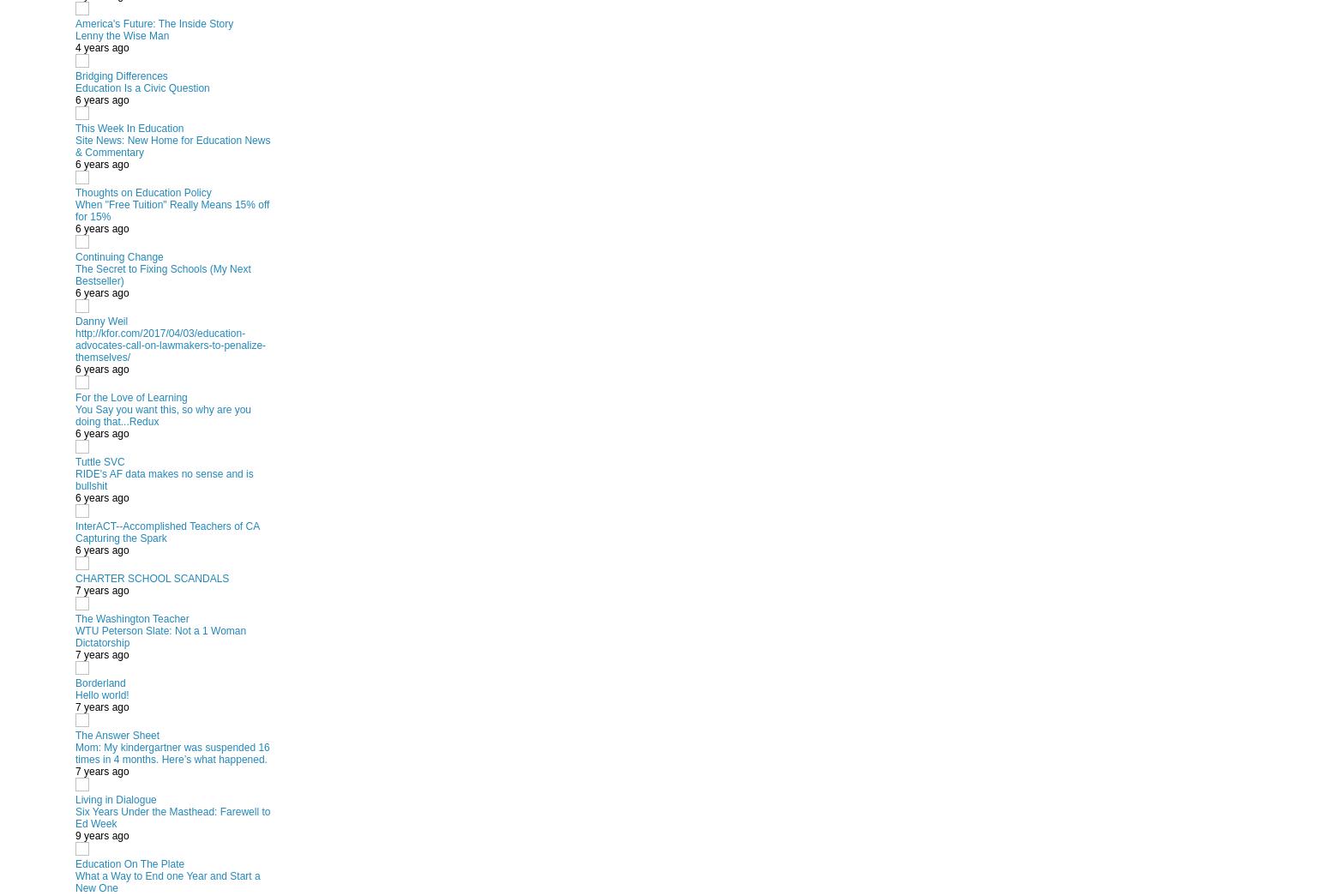  What do you see at coordinates (141, 87) in the screenshot?
I see `'Education Is a Civic Question'` at bounding box center [141, 87].